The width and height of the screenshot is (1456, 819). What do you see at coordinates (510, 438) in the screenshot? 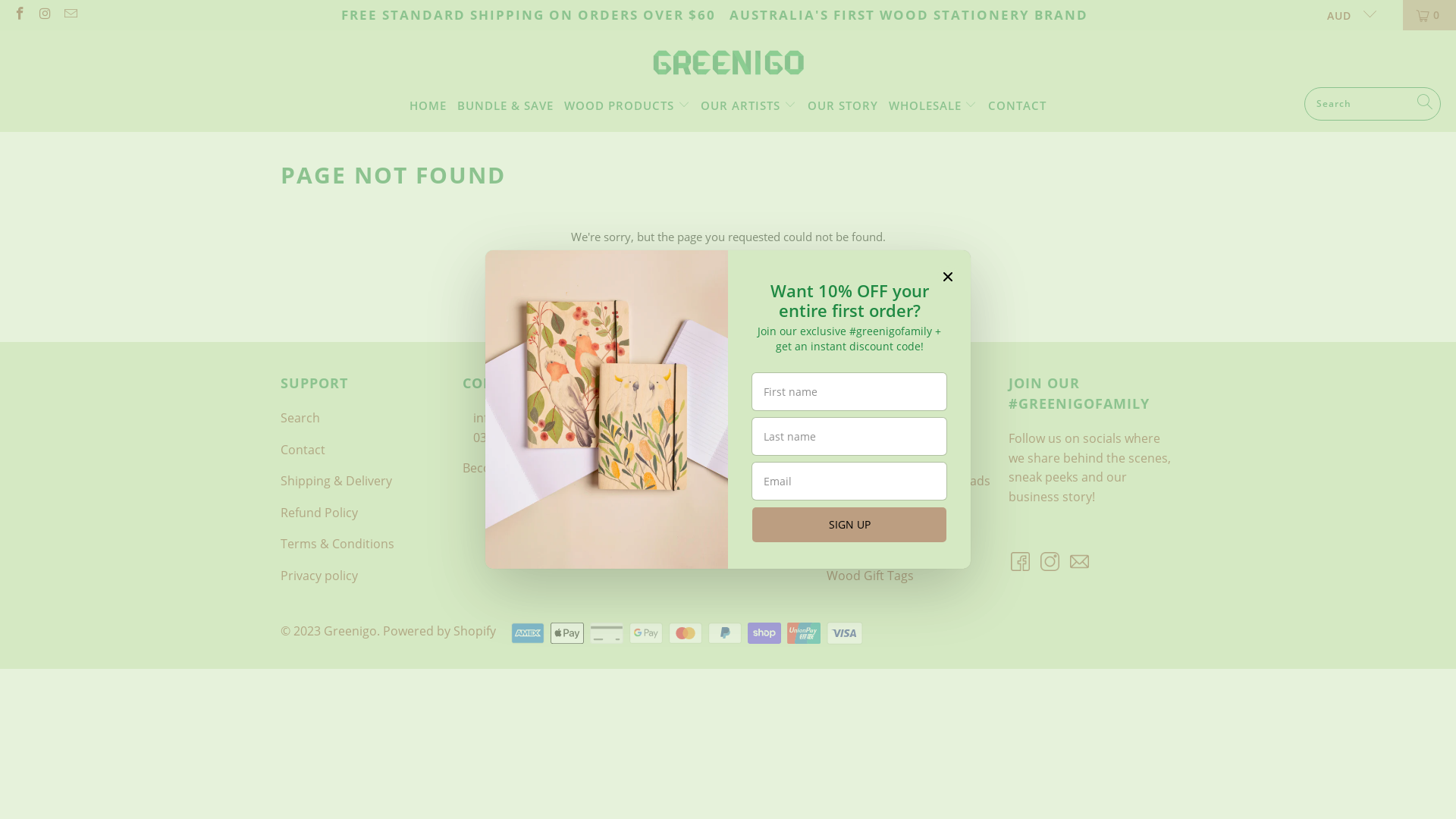
I see `'03 8375 9171'` at bounding box center [510, 438].